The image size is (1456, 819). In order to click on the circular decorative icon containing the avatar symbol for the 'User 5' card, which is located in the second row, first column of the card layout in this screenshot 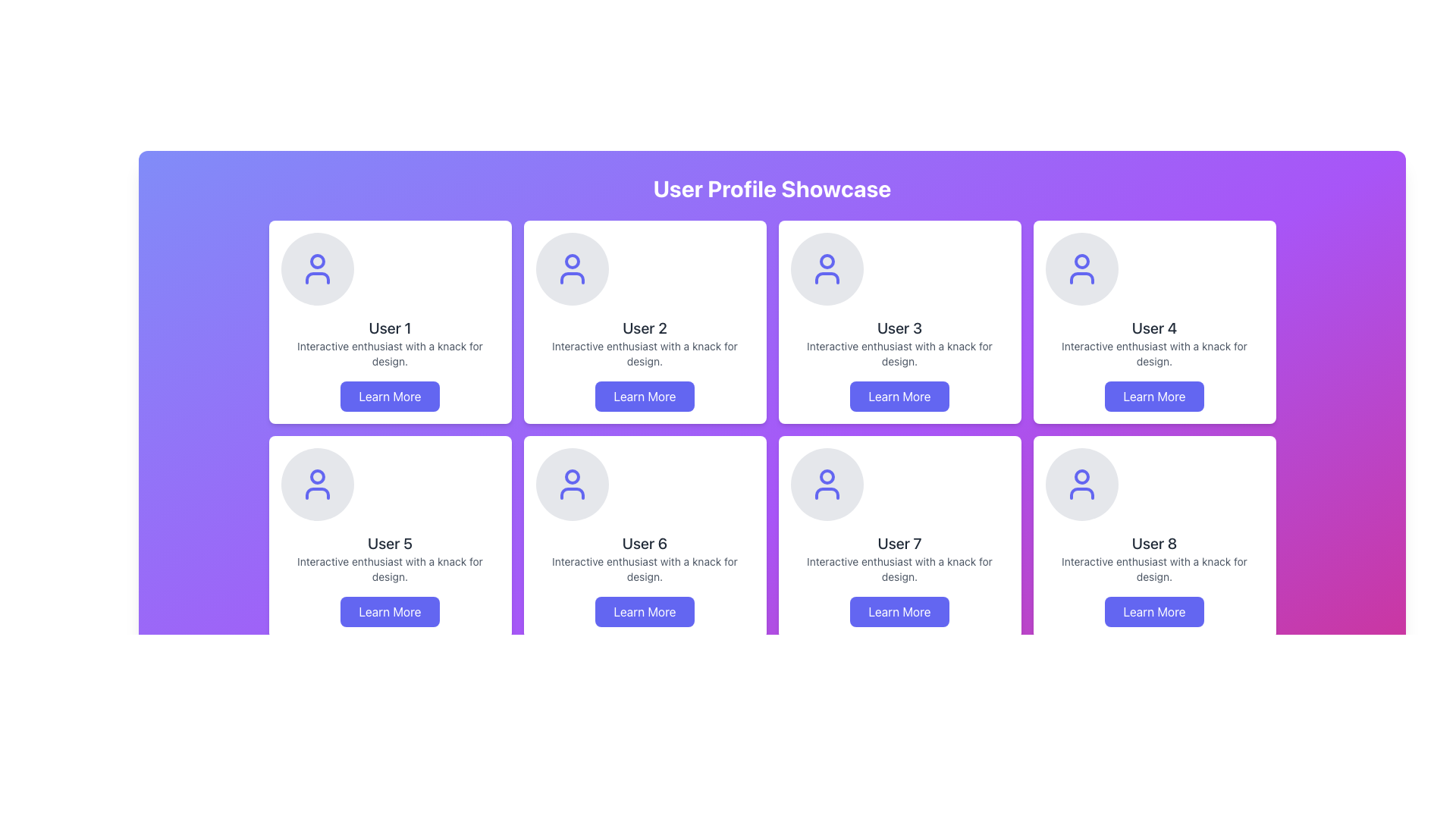, I will do `click(316, 485)`.